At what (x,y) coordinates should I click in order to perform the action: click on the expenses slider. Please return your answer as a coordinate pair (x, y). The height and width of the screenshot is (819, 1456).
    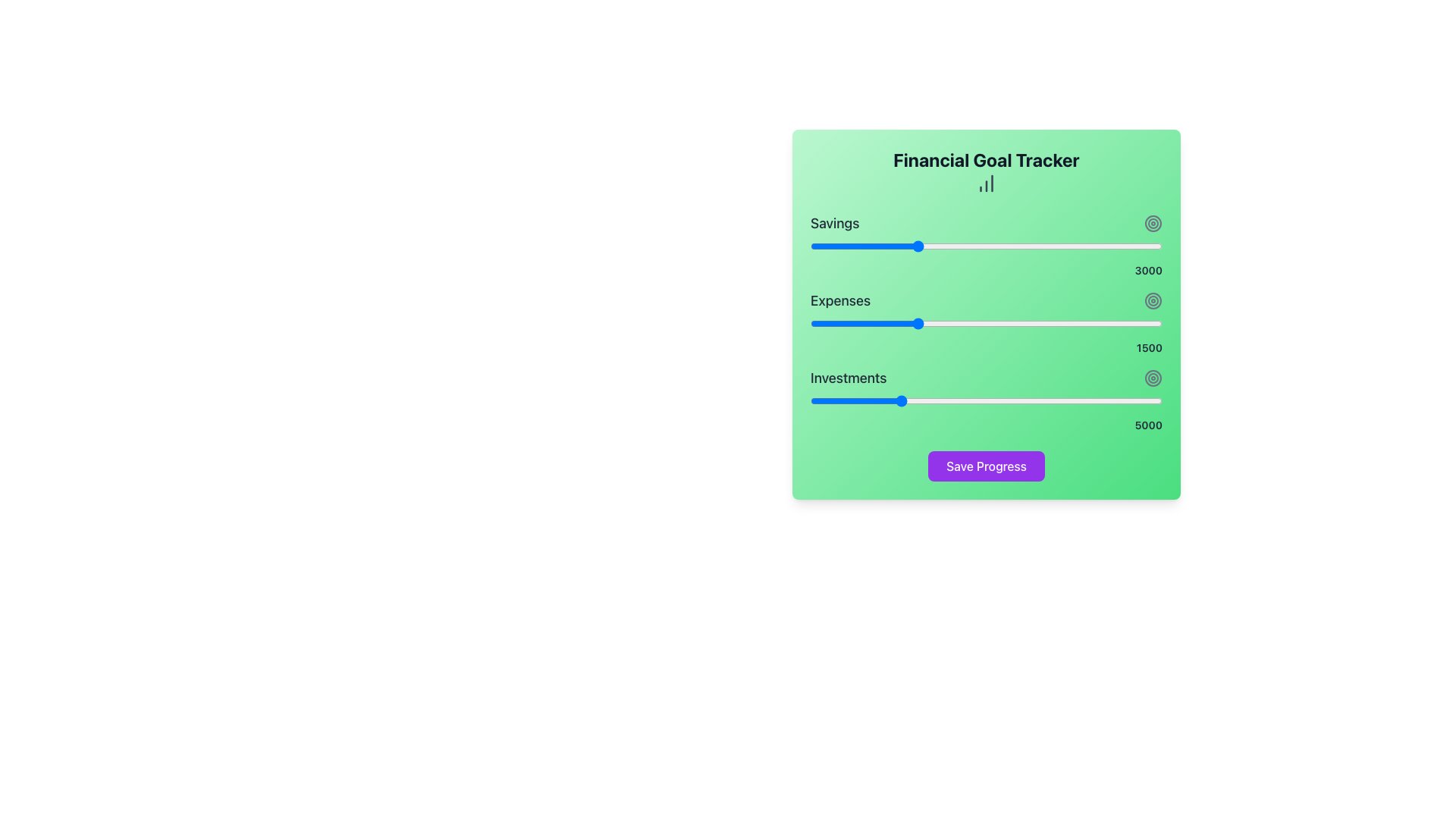
    Looking at the image, I should click on (987, 323).